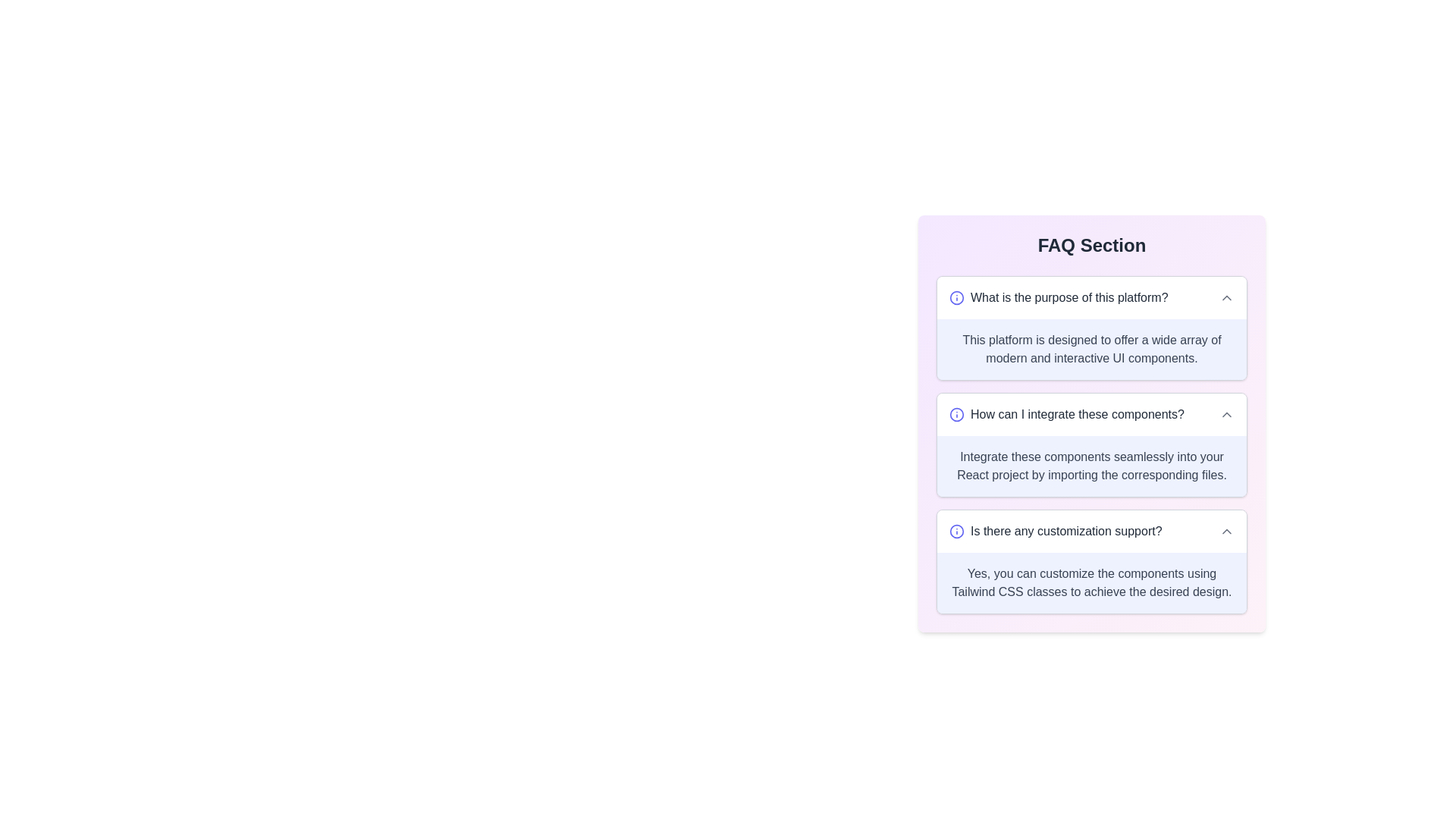 The image size is (1456, 819). Describe the element at coordinates (1058, 298) in the screenshot. I see `the icon in the FAQ entry header` at that location.